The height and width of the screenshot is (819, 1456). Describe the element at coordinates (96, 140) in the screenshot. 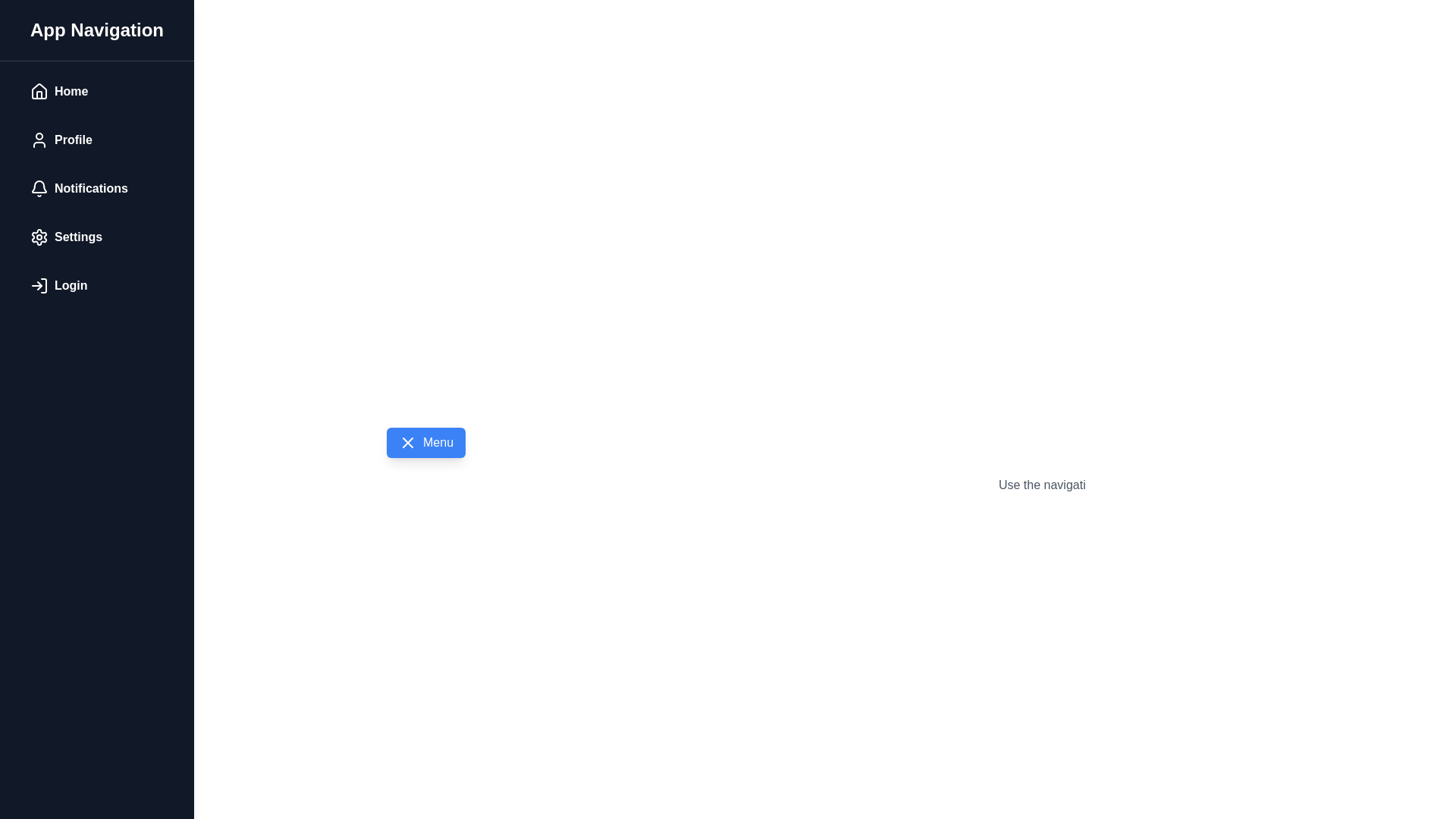

I see `the 'Profile' navigation link in the vertical menu` at that location.